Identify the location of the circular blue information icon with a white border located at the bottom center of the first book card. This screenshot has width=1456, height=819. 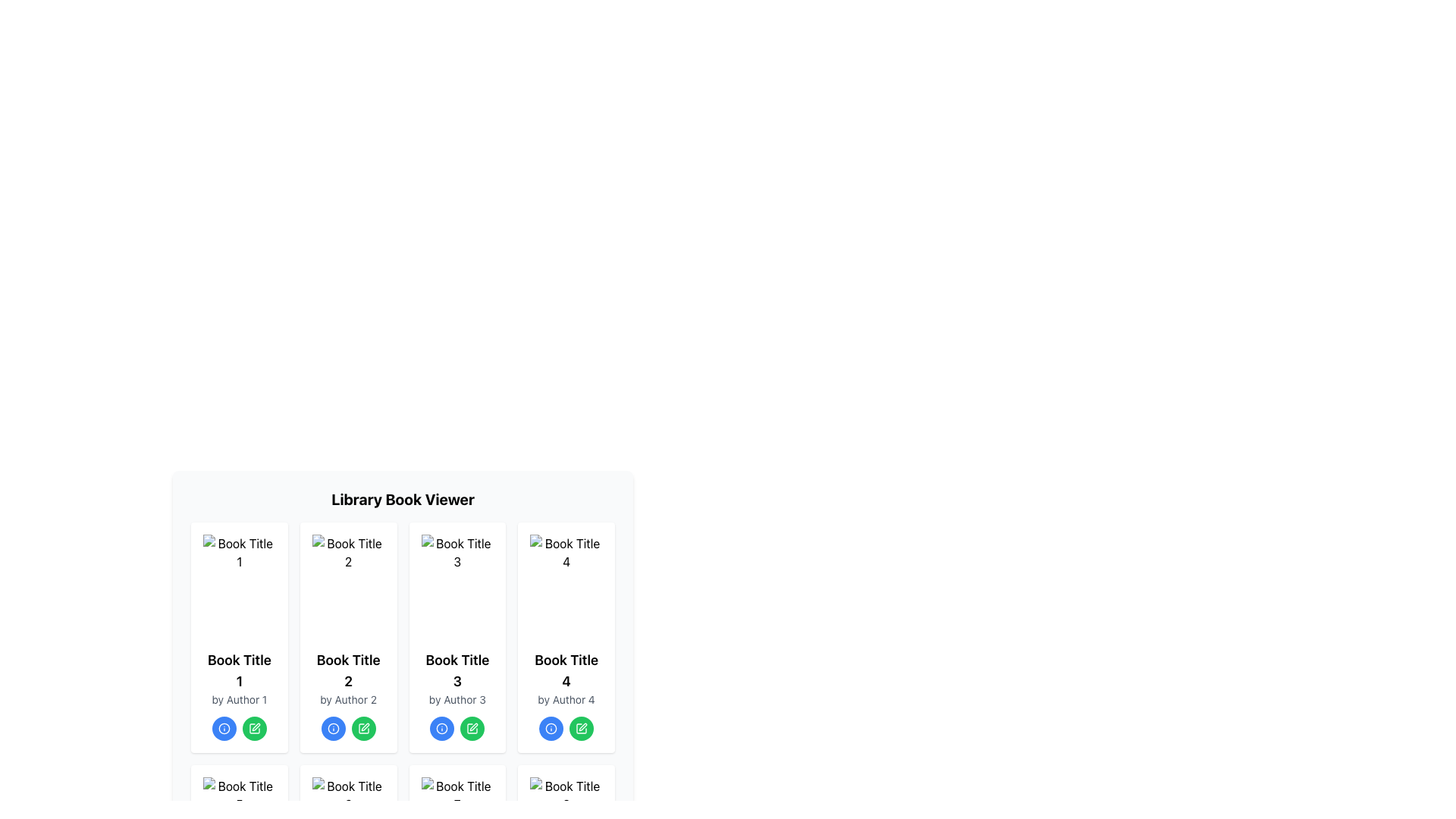
(223, 727).